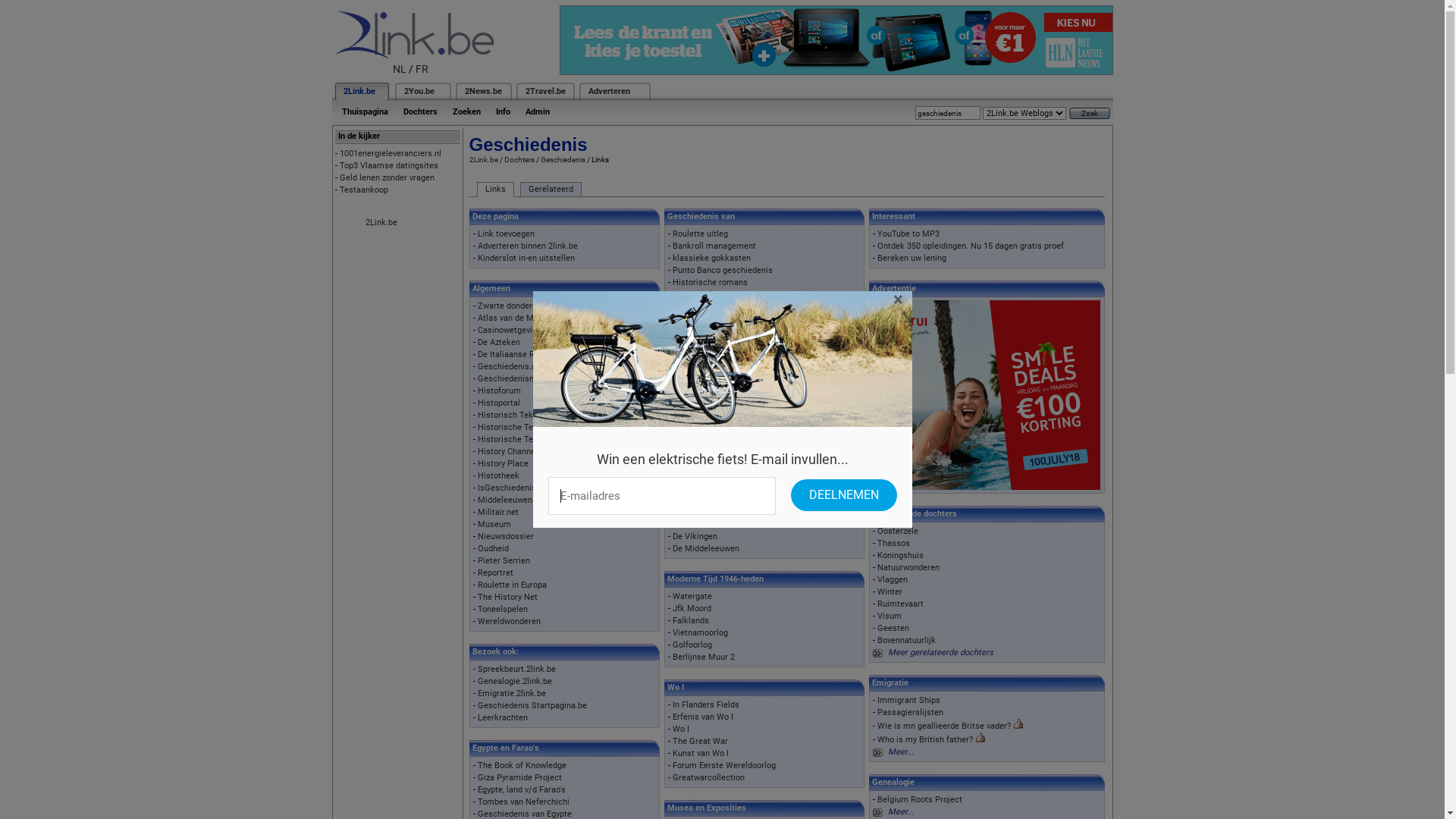  I want to click on 'In Flanders Fields', so click(705, 704).